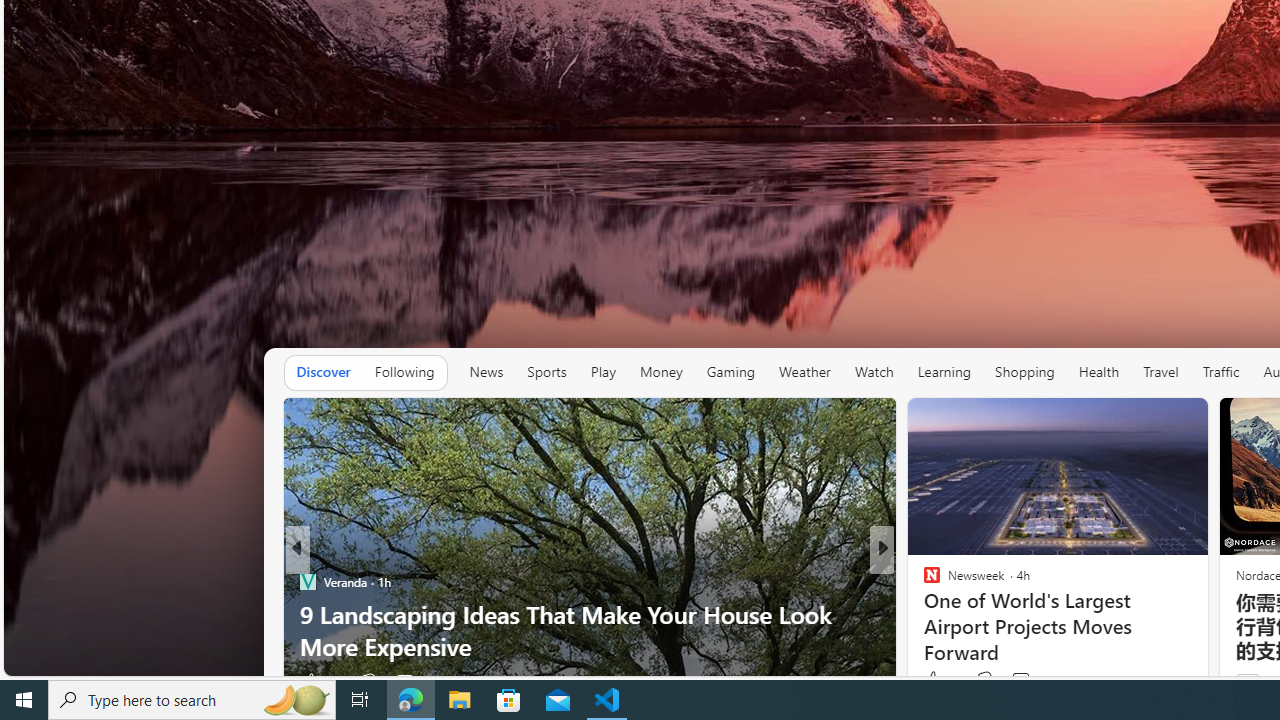 This screenshot has height=720, width=1280. What do you see at coordinates (922, 581) in the screenshot?
I see `'WhatToWatch'` at bounding box center [922, 581].